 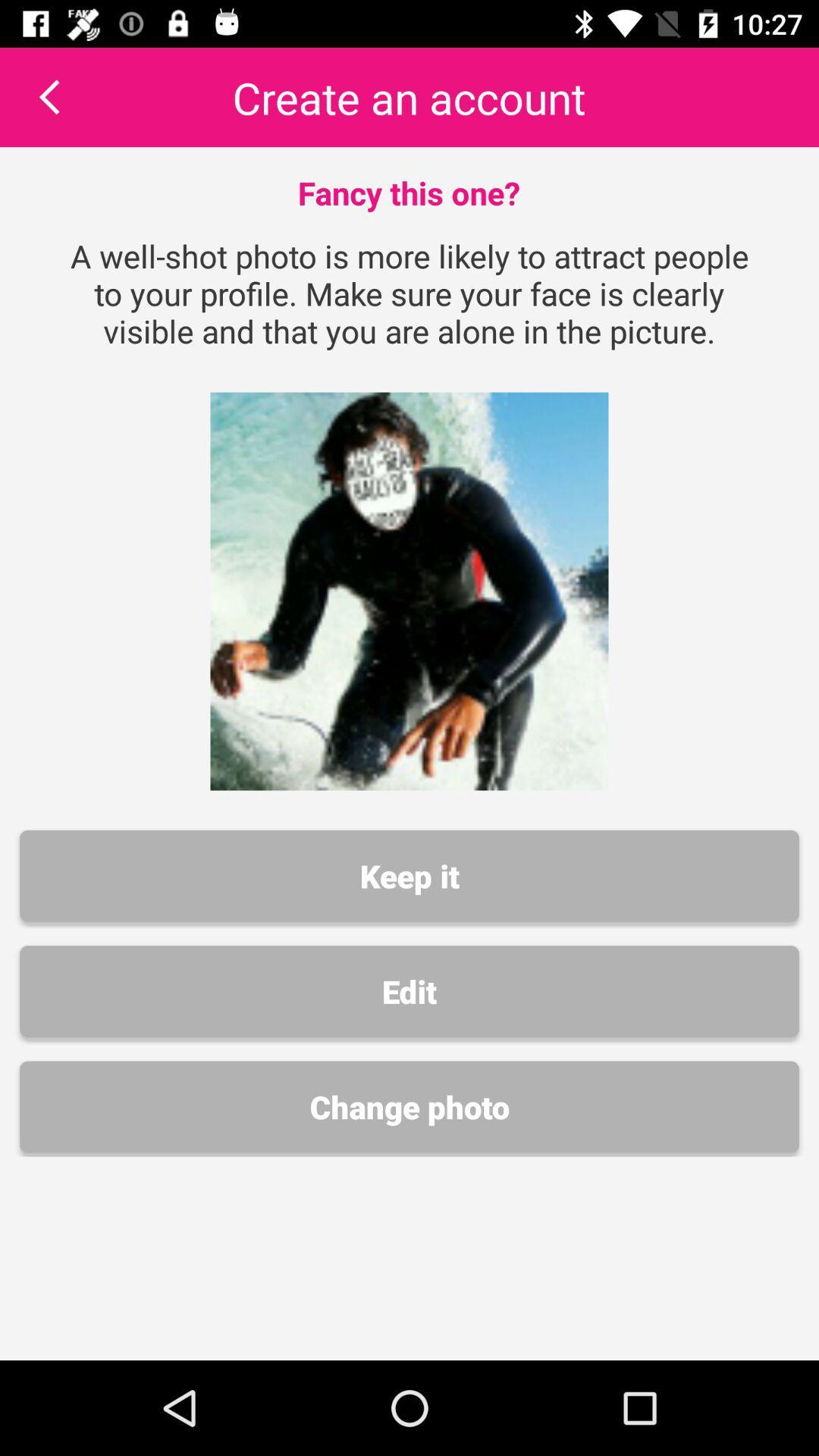 I want to click on the change photo icon, so click(x=409, y=1106).